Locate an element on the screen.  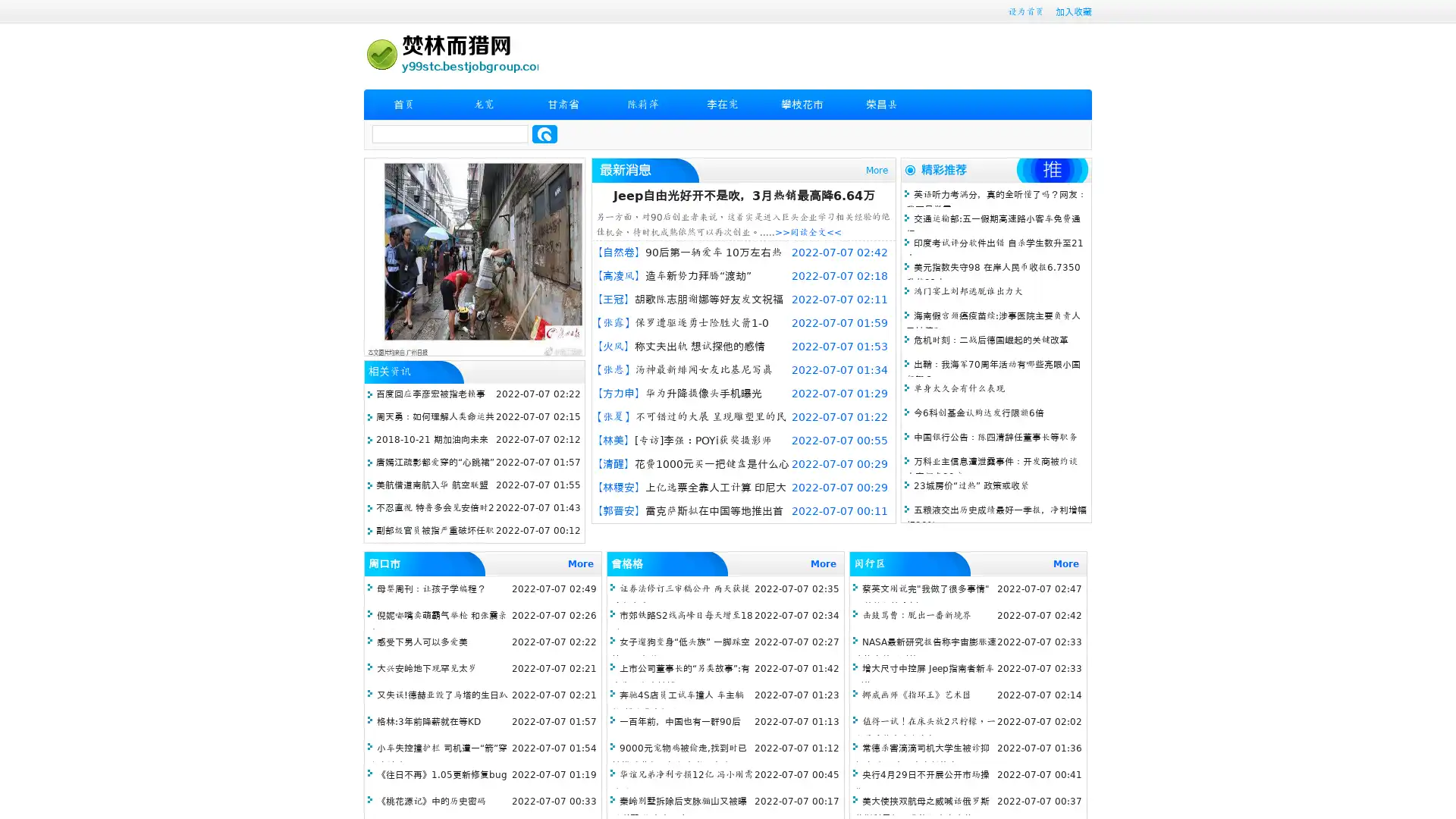
Search is located at coordinates (544, 133).